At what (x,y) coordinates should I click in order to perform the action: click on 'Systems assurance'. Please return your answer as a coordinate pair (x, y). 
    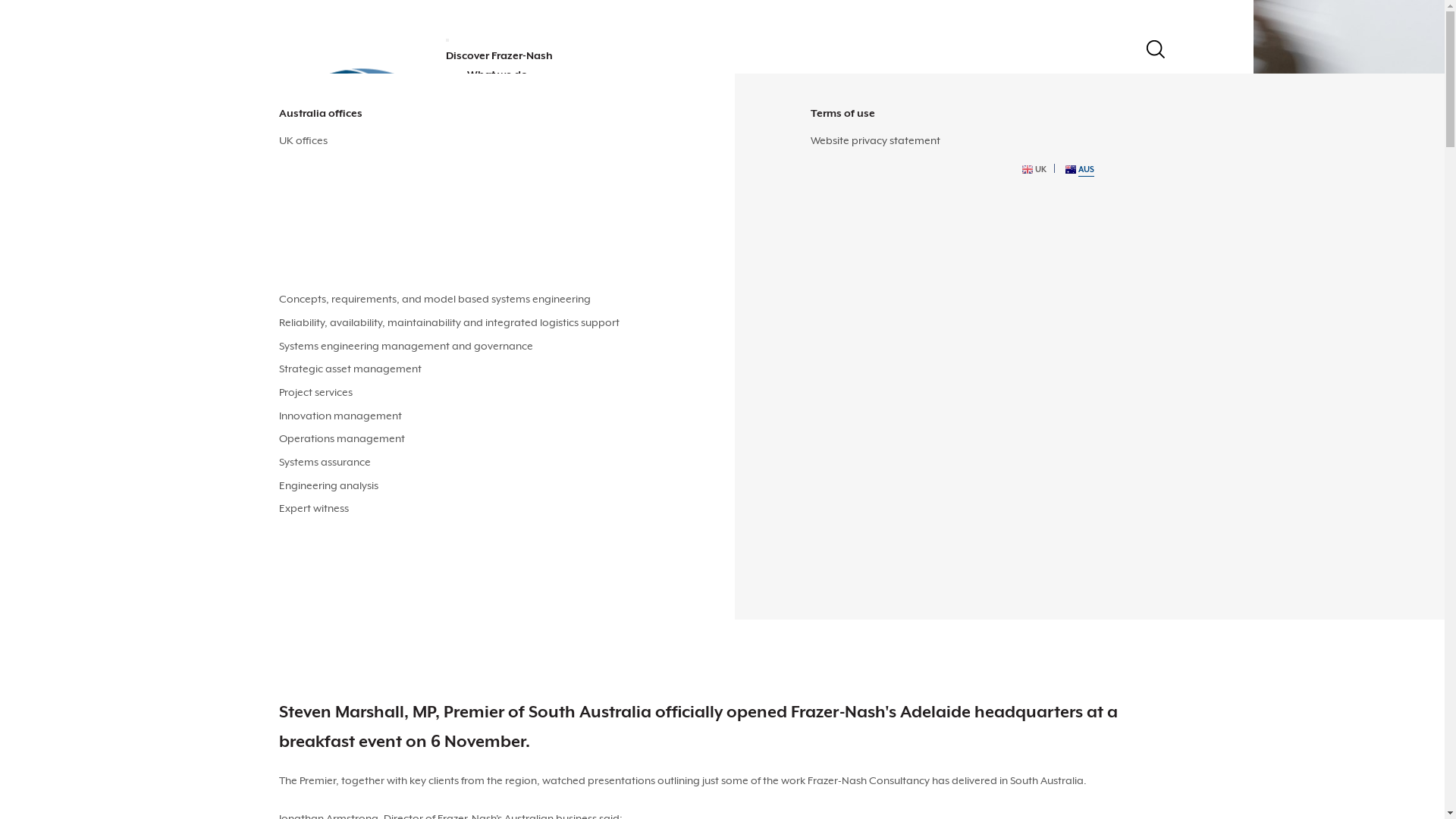
    Looking at the image, I should click on (279, 461).